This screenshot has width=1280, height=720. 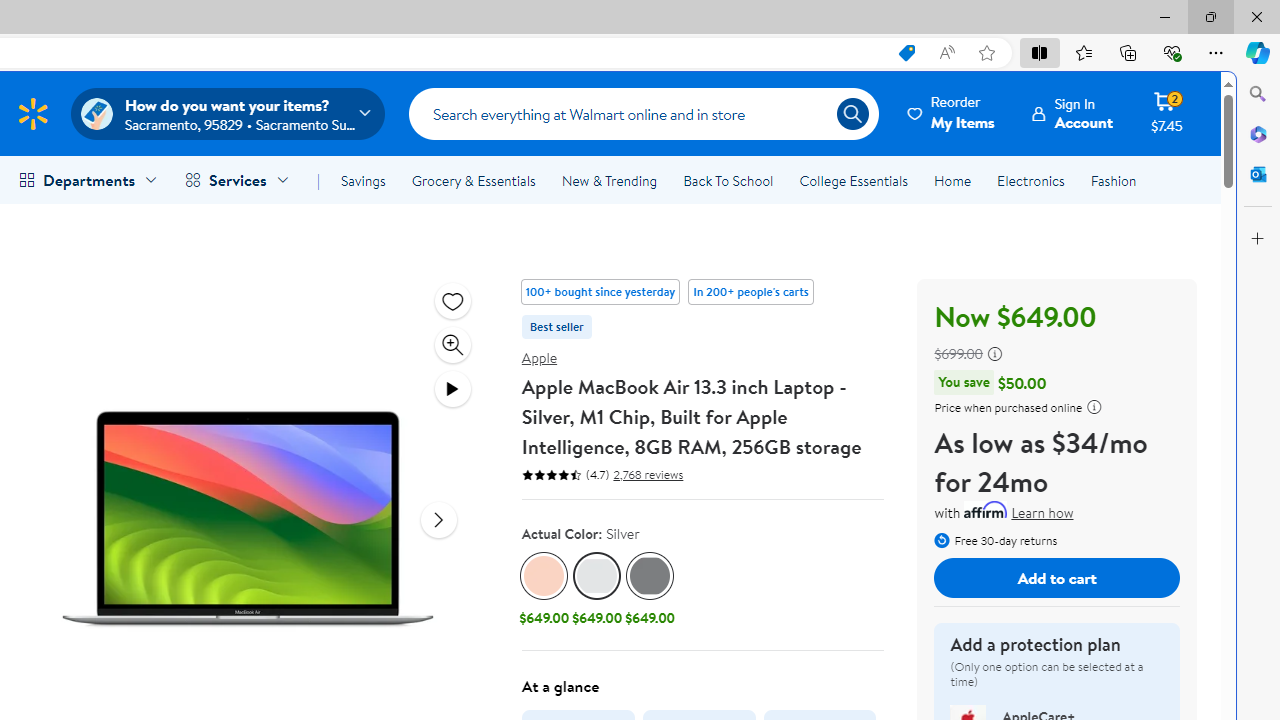 I want to click on '2,768 reviews', so click(x=646, y=474).